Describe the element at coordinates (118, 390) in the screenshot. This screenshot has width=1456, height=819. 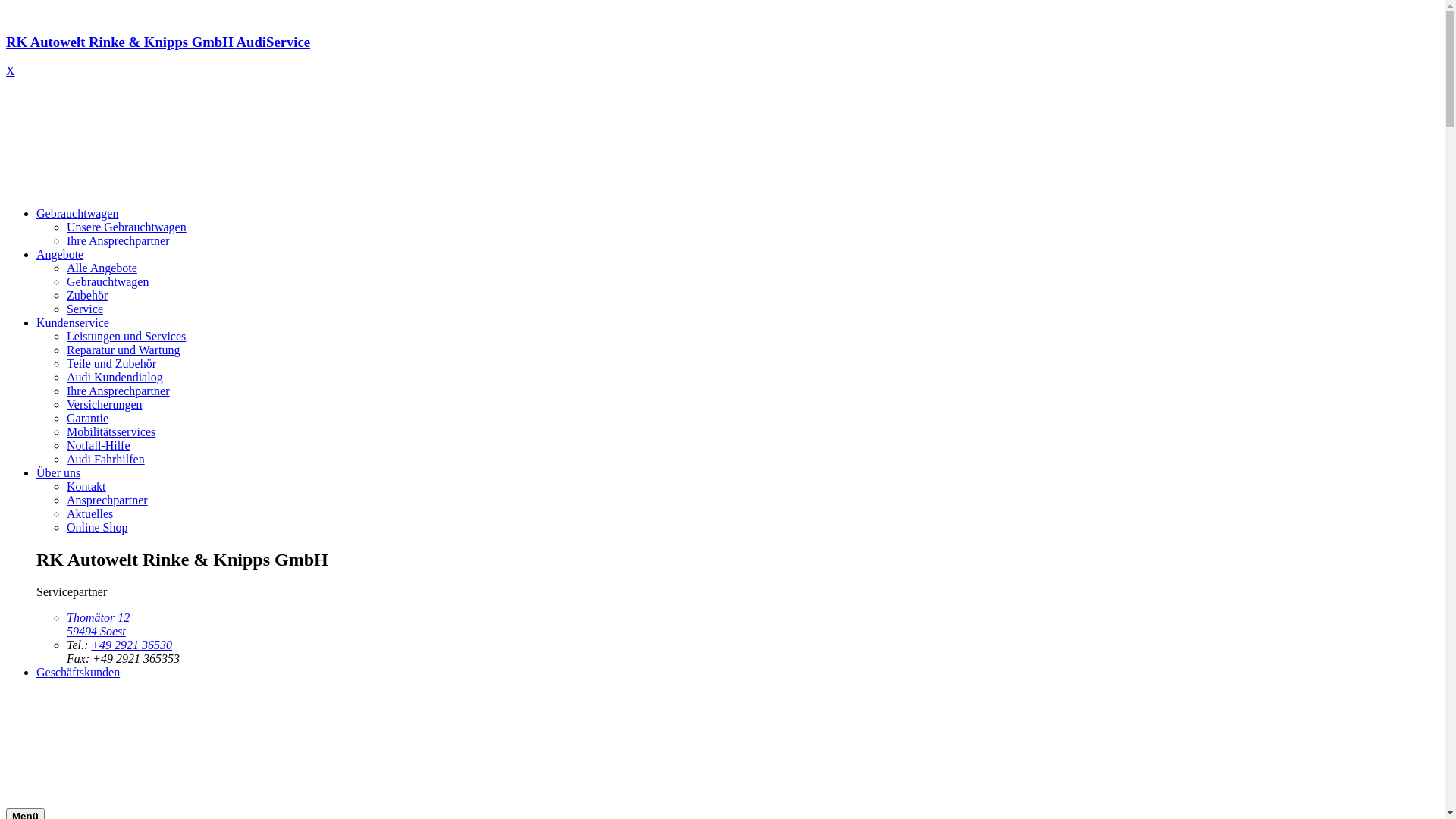
I see `'Ihre Ansprechpartner'` at that location.